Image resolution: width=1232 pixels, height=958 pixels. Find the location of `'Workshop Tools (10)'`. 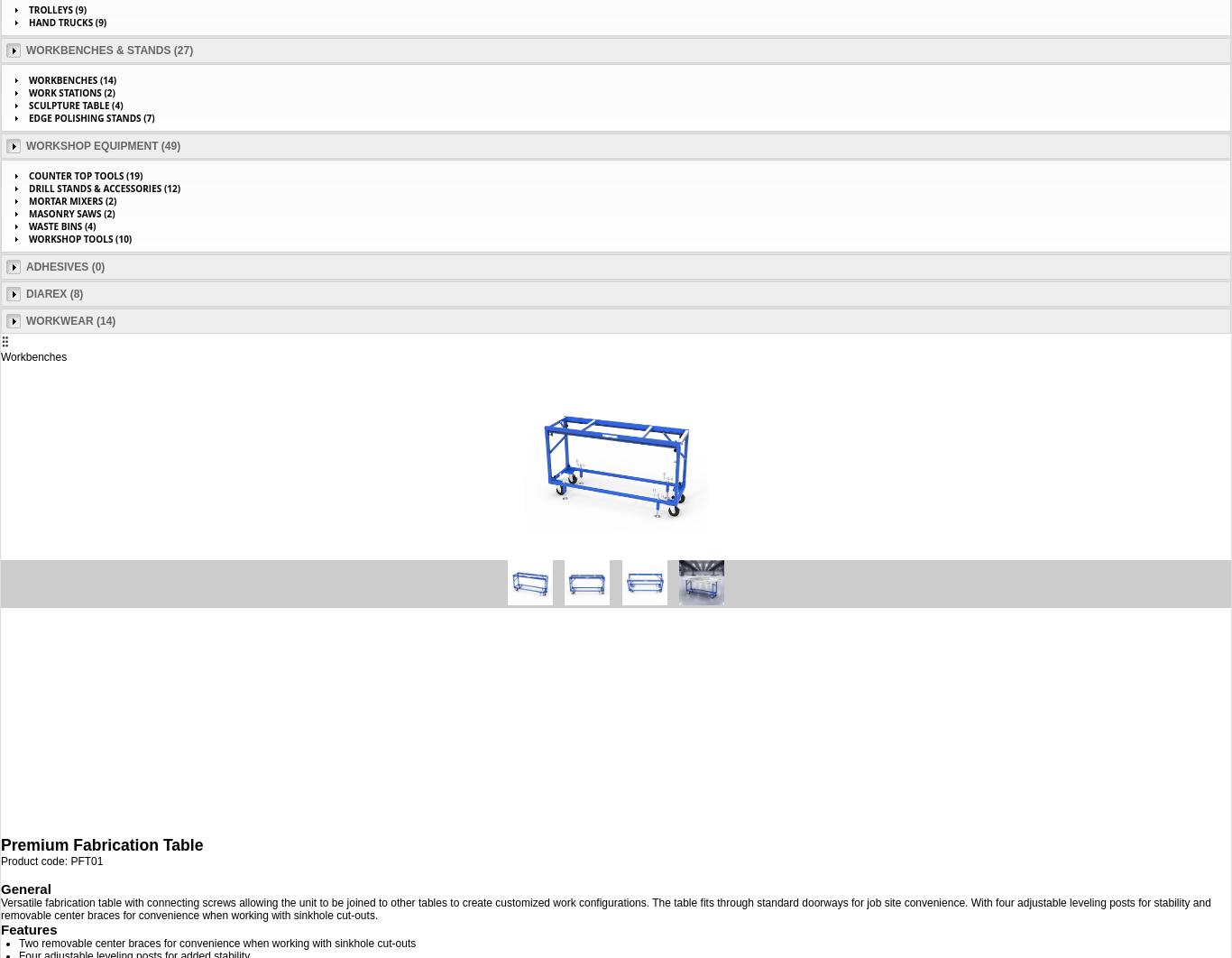

'Workshop Tools (10)' is located at coordinates (80, 238).